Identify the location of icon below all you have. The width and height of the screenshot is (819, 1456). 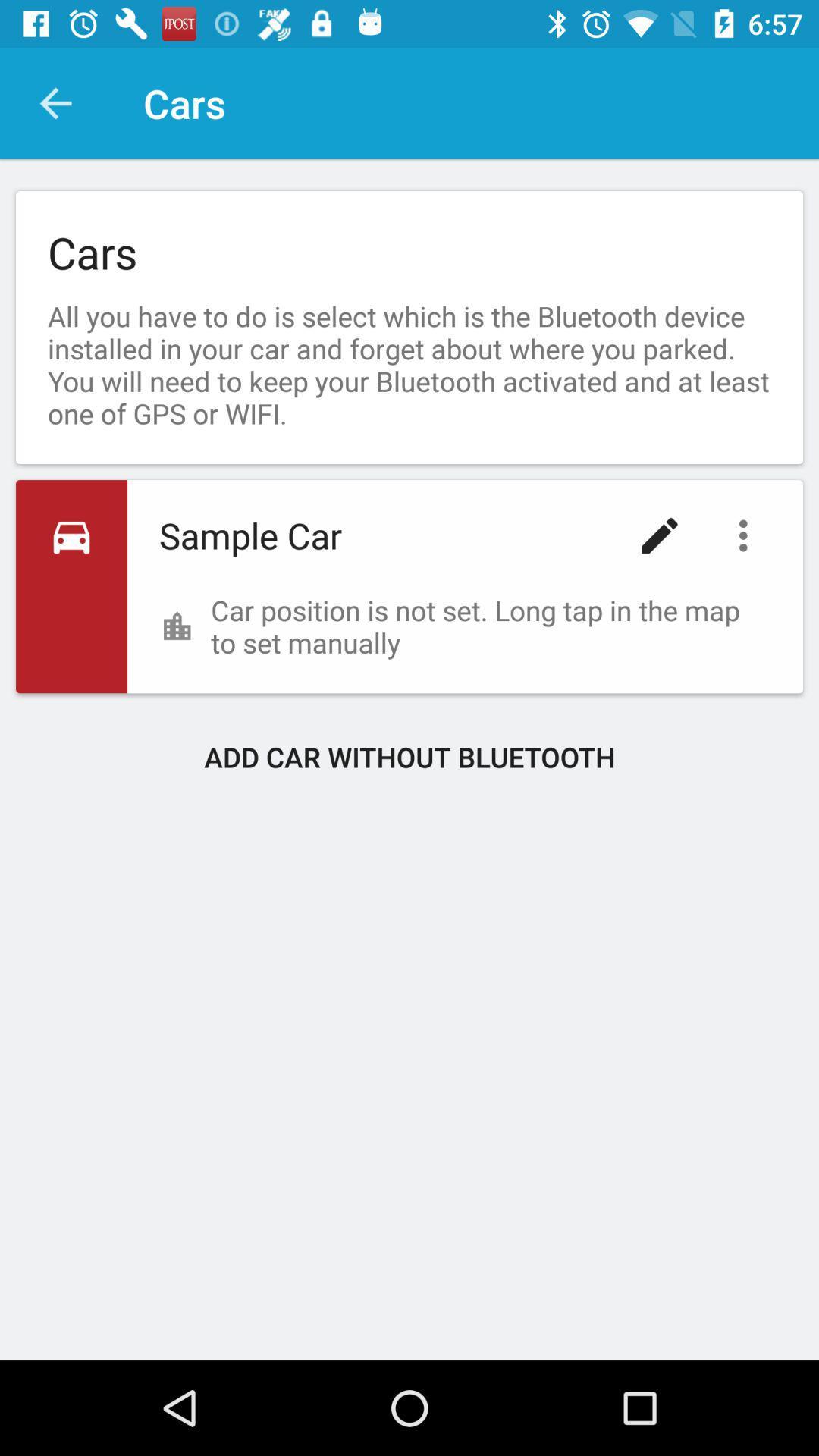
(746, 535).